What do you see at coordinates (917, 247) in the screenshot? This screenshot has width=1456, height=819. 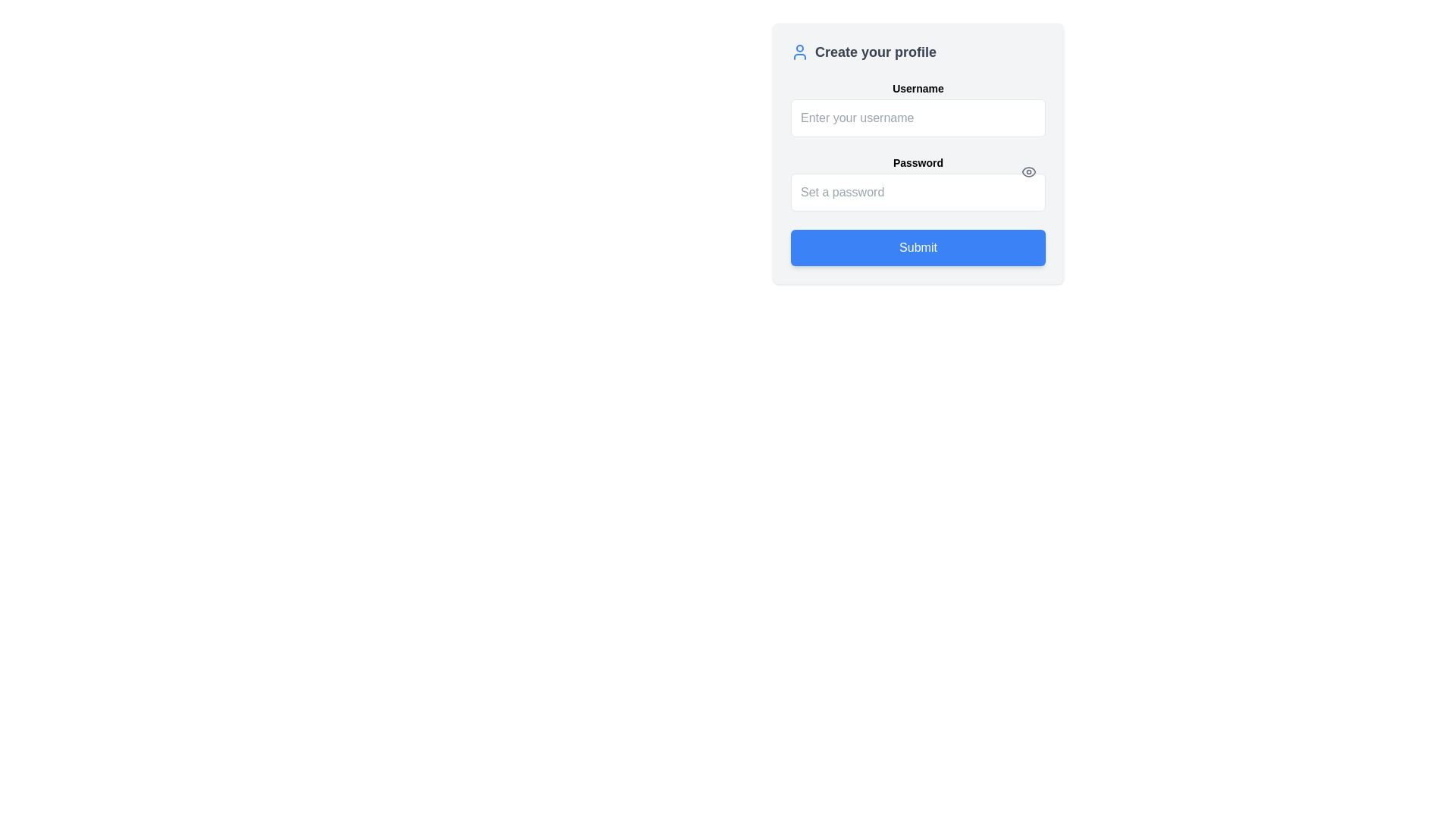 I see `the 'Submit' button, which is a rectangular button with a blue background and white text` at bounding box center [917, 247].